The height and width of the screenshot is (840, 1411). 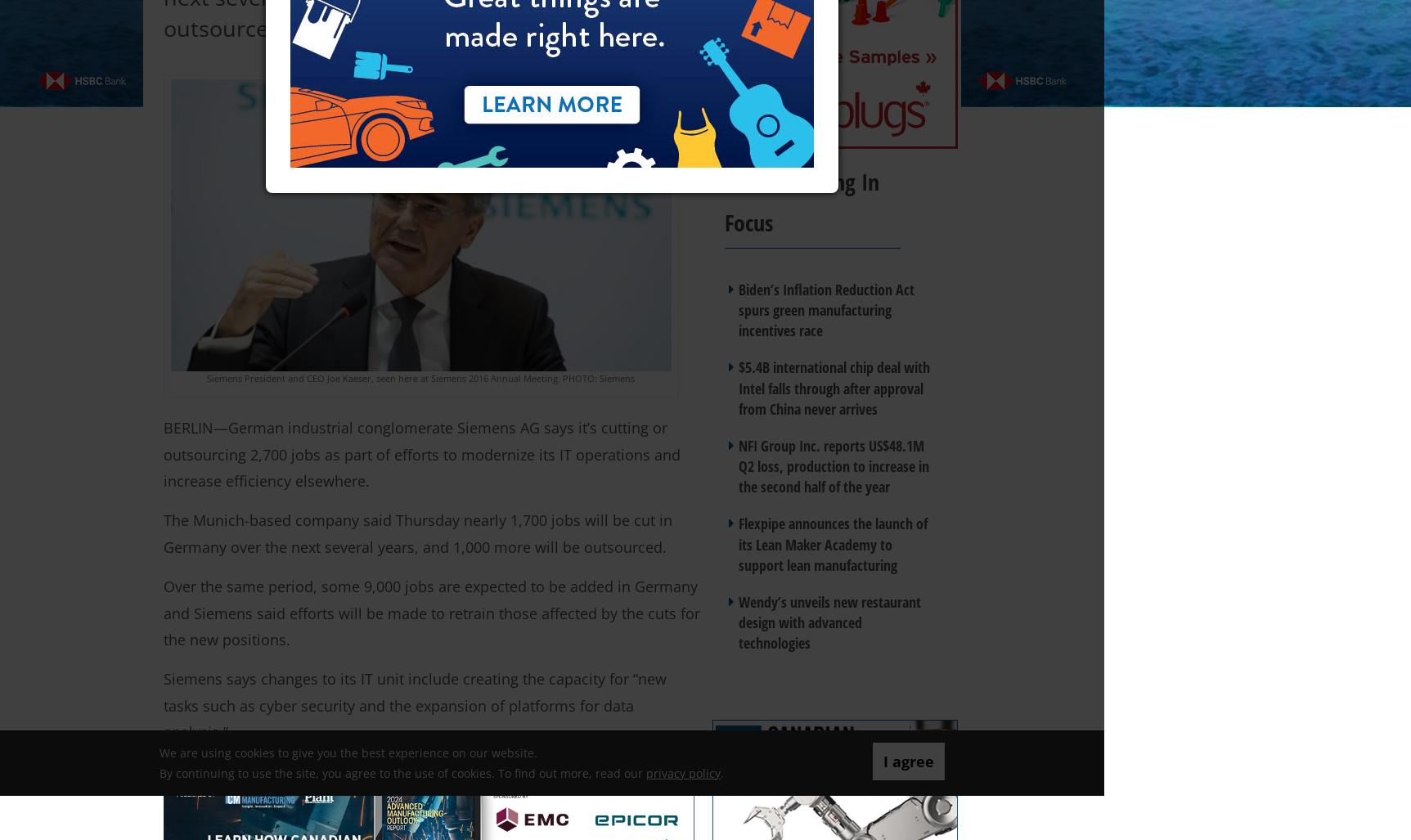 What do you see at coordinates (832, 542) in the screenshot?
I see `'Flexpipe announces the launch of its Lean Maker Academy to support lean manufacturing'` at bounding box center [832, 542].